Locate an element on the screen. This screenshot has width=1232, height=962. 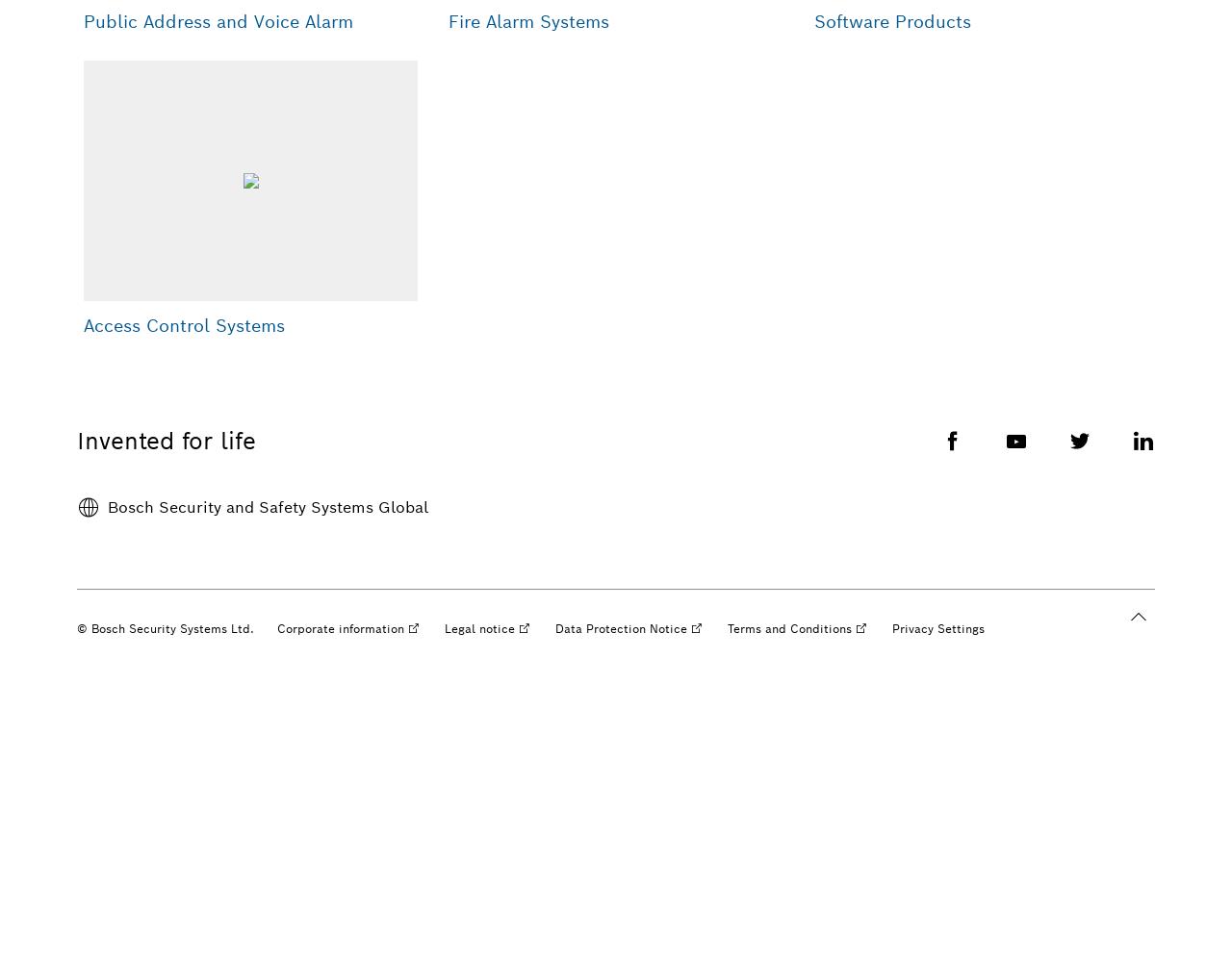
'Access Control Systems' is located at coordinates (184, 323).